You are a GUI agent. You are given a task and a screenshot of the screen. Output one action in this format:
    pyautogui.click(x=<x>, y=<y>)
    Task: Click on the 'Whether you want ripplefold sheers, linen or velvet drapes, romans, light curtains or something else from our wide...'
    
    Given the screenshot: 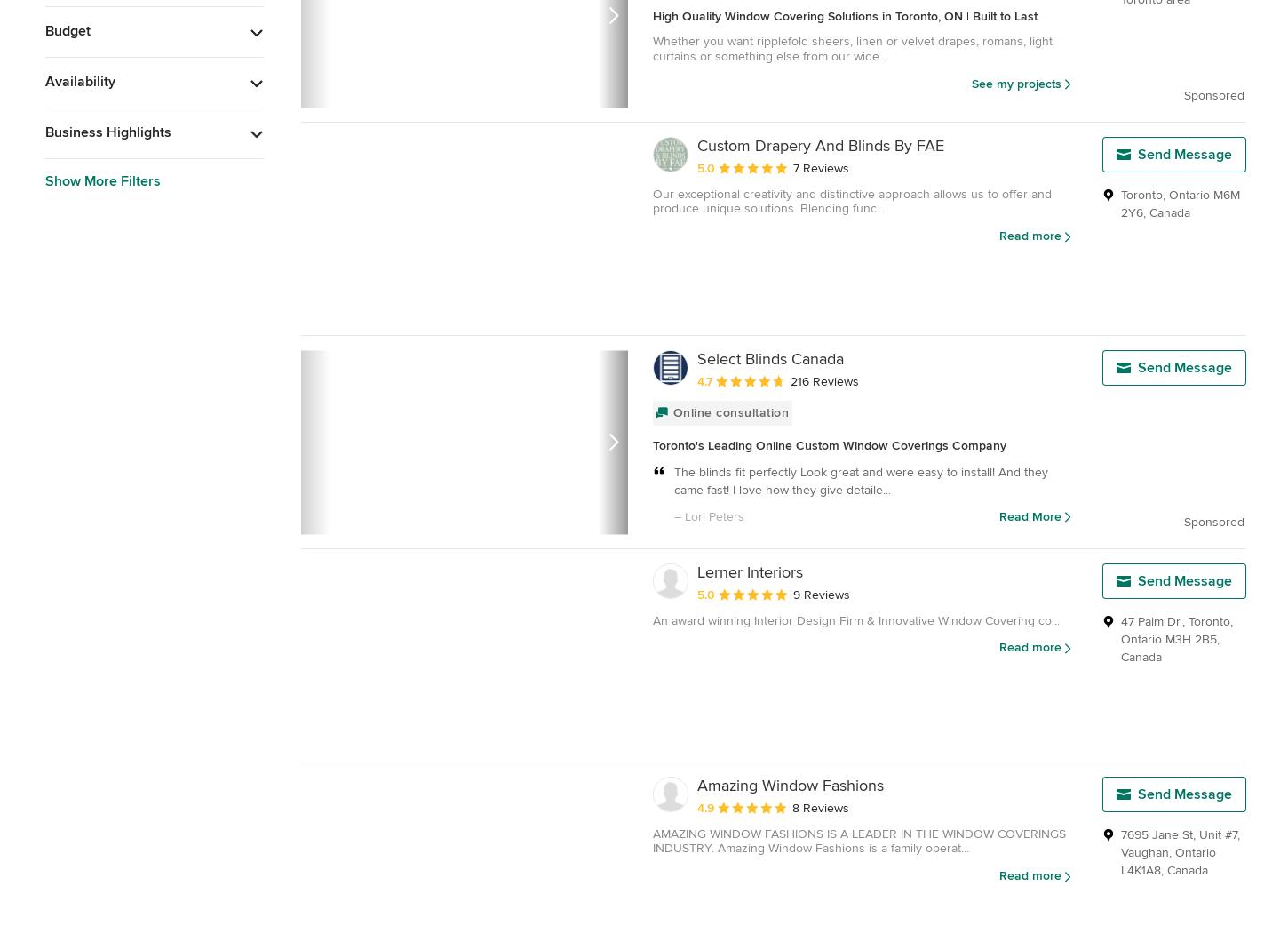 What is the action you would take?
    pyautogui.click(x=852, y=47)
    